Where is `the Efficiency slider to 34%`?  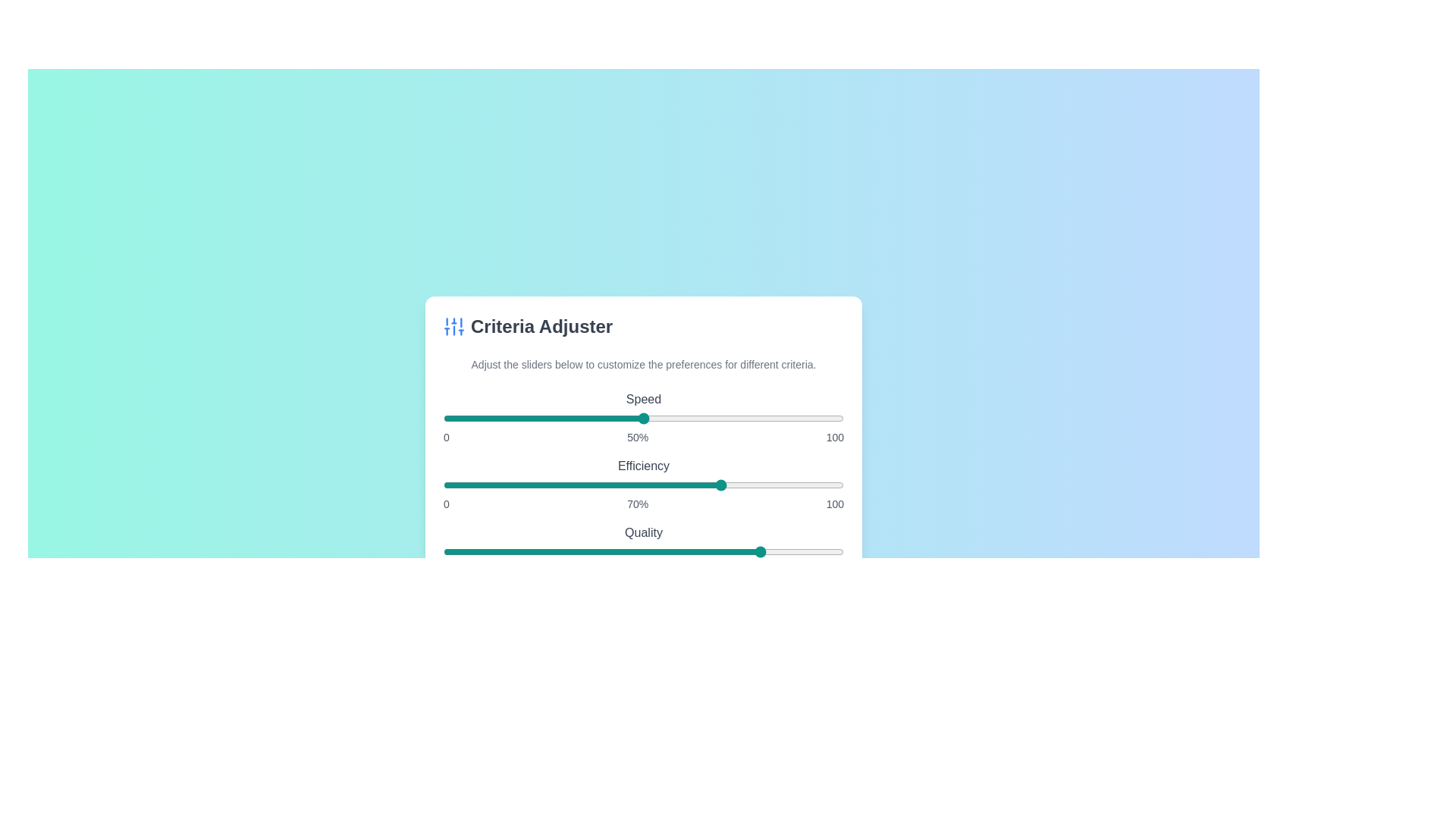 the Efficiency slider to 34% is located at coordinates (579, 485).